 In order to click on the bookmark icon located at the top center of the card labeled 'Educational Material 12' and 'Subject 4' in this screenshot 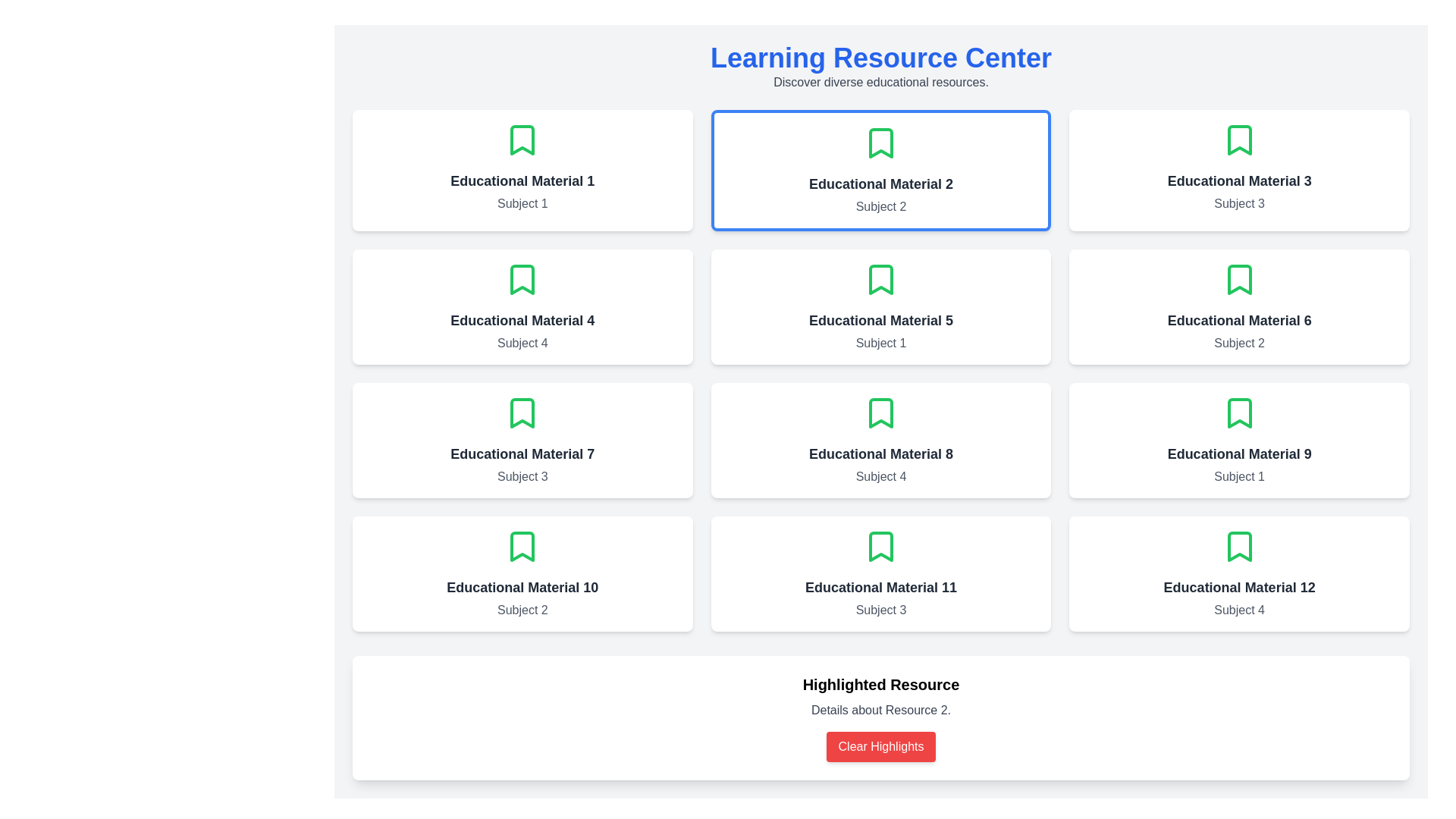, I will do `click(1239, 547)`.